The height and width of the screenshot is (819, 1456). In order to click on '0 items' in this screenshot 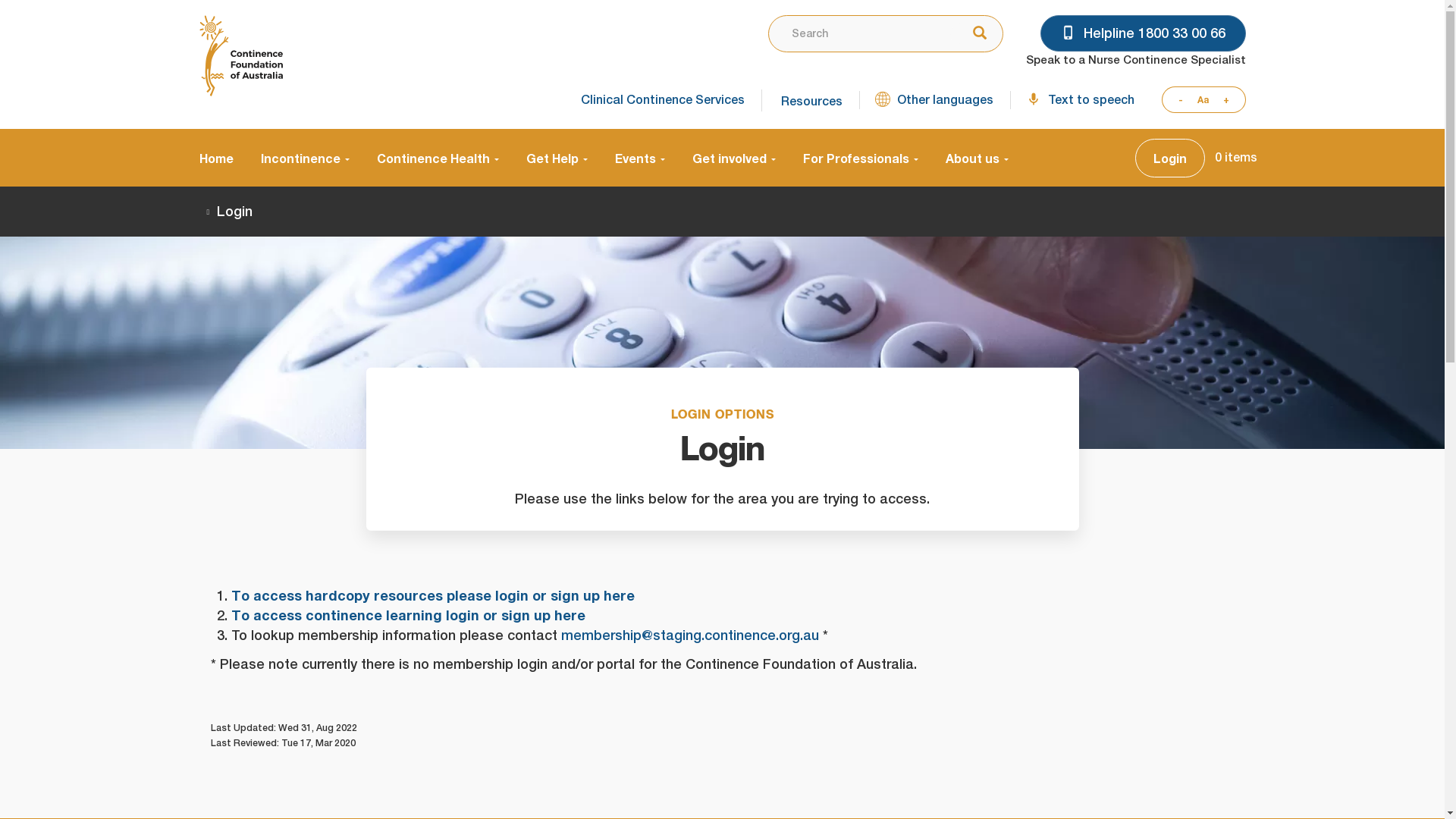, I will do `click(1236, 158)`.